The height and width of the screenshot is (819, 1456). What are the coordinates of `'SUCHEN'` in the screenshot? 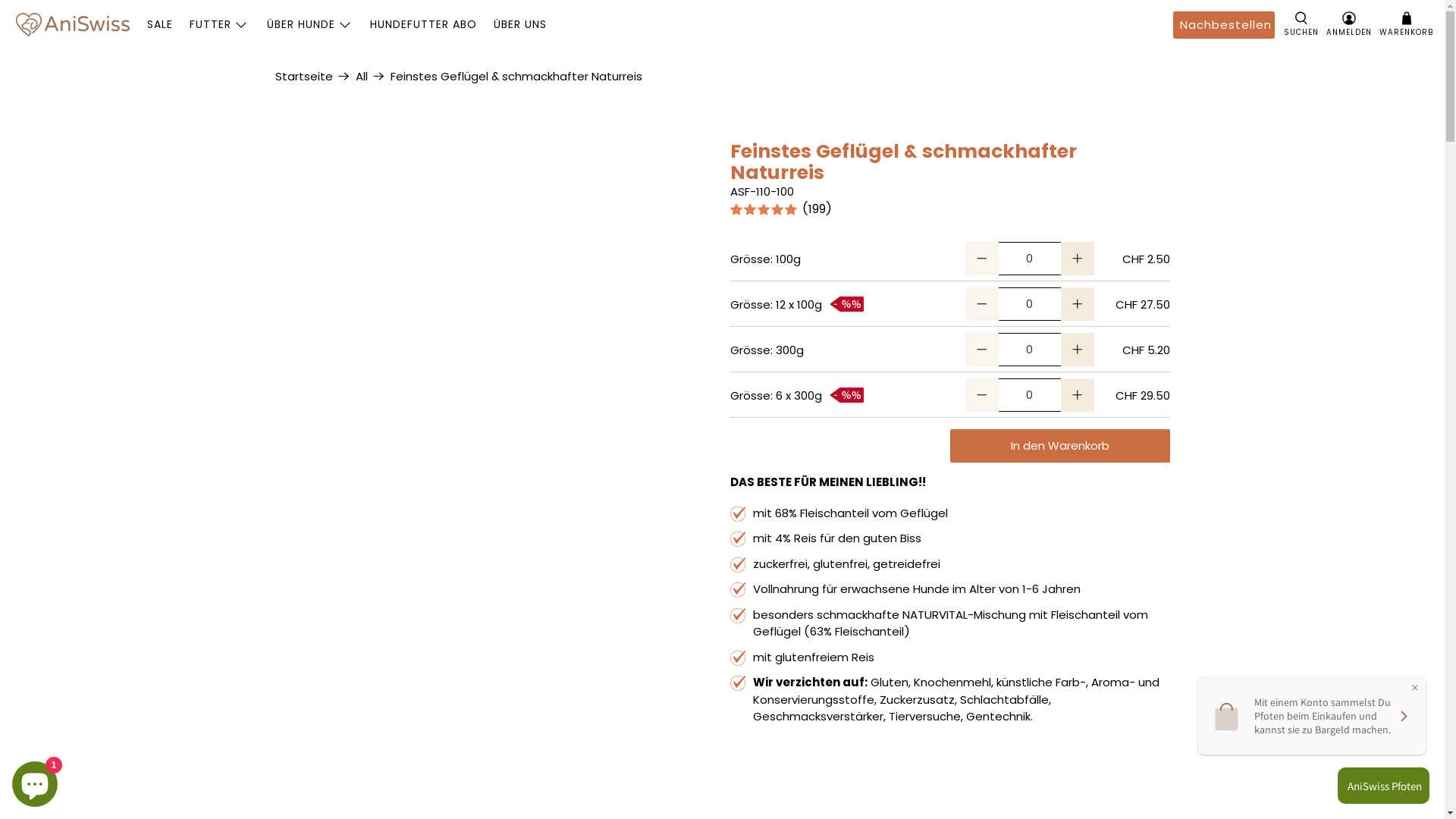 It's located at (1301, 25).